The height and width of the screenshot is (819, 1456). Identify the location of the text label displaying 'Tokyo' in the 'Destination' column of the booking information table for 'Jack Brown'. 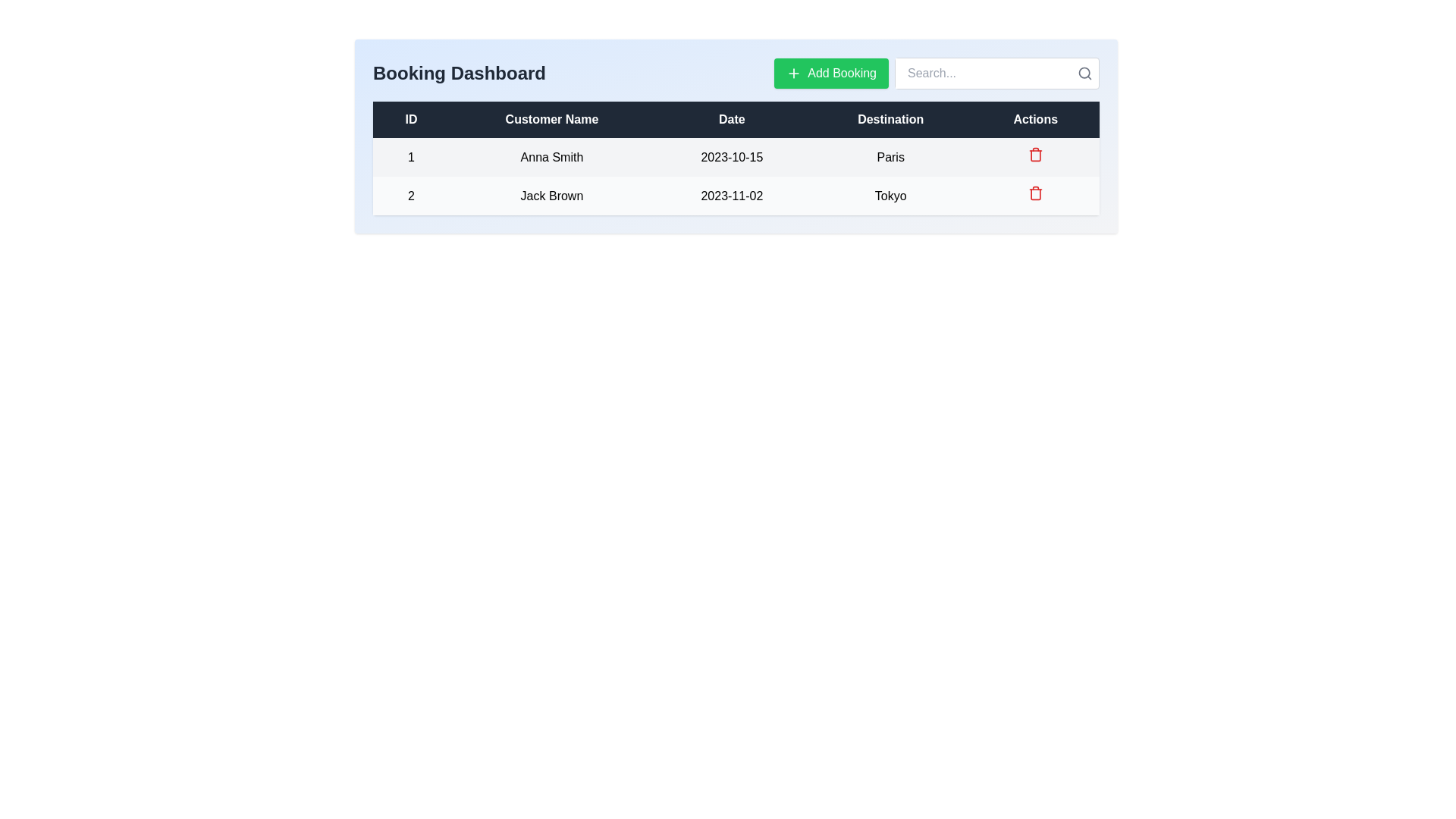
(890, 195).